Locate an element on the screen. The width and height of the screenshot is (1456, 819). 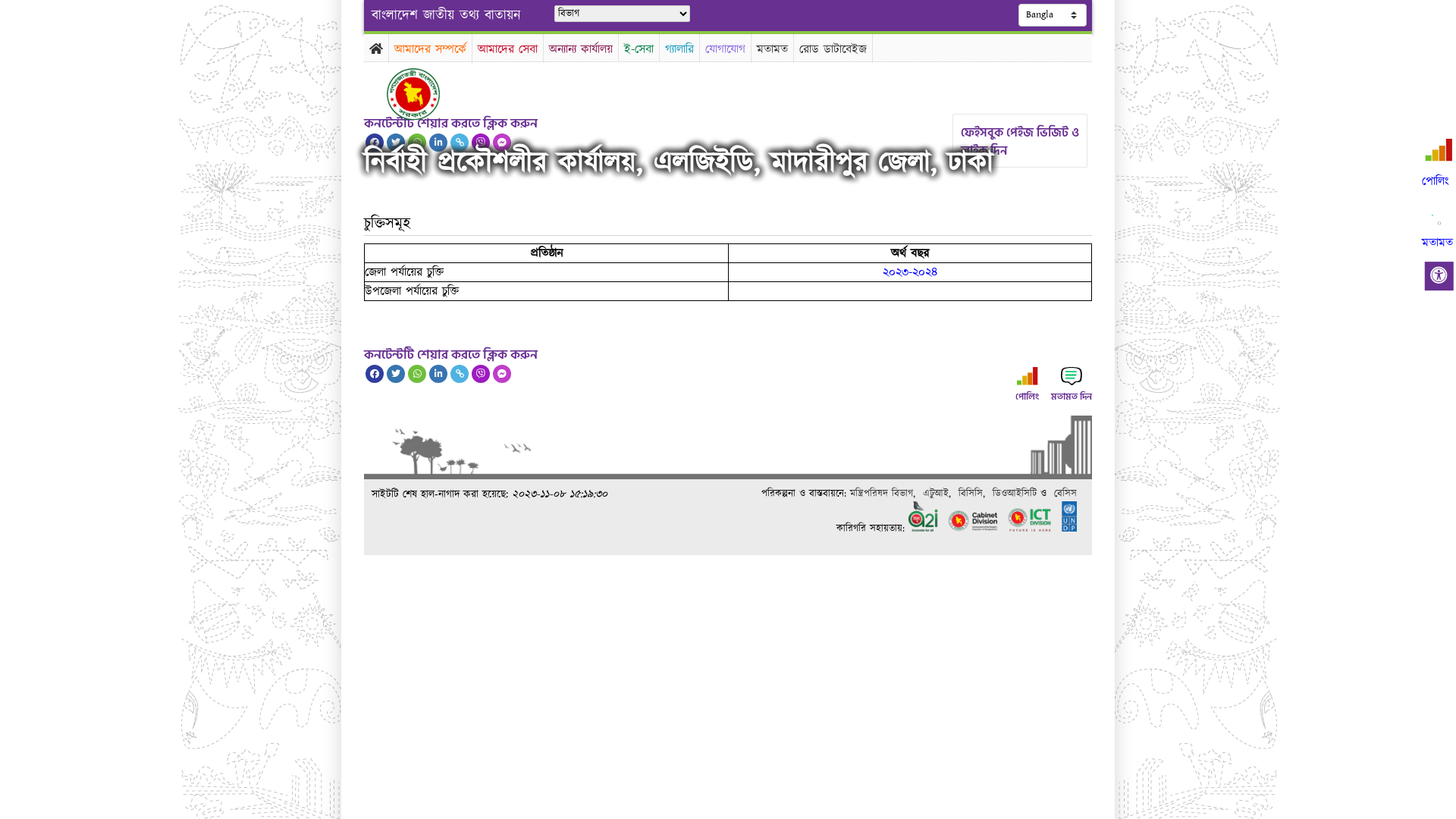
' is located at coordinates (425, 93).